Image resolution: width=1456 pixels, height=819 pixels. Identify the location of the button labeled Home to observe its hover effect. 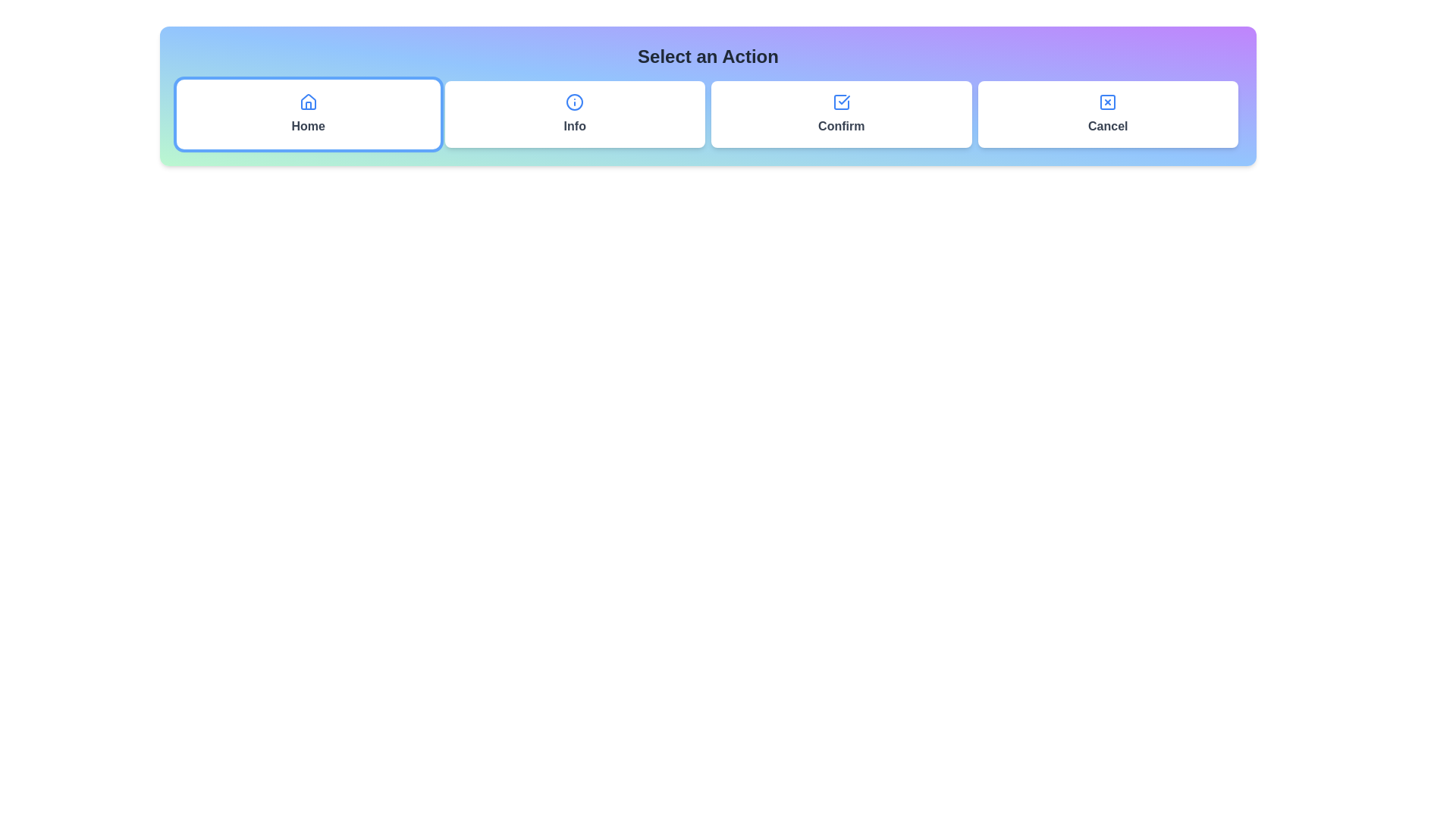
(307, 113).